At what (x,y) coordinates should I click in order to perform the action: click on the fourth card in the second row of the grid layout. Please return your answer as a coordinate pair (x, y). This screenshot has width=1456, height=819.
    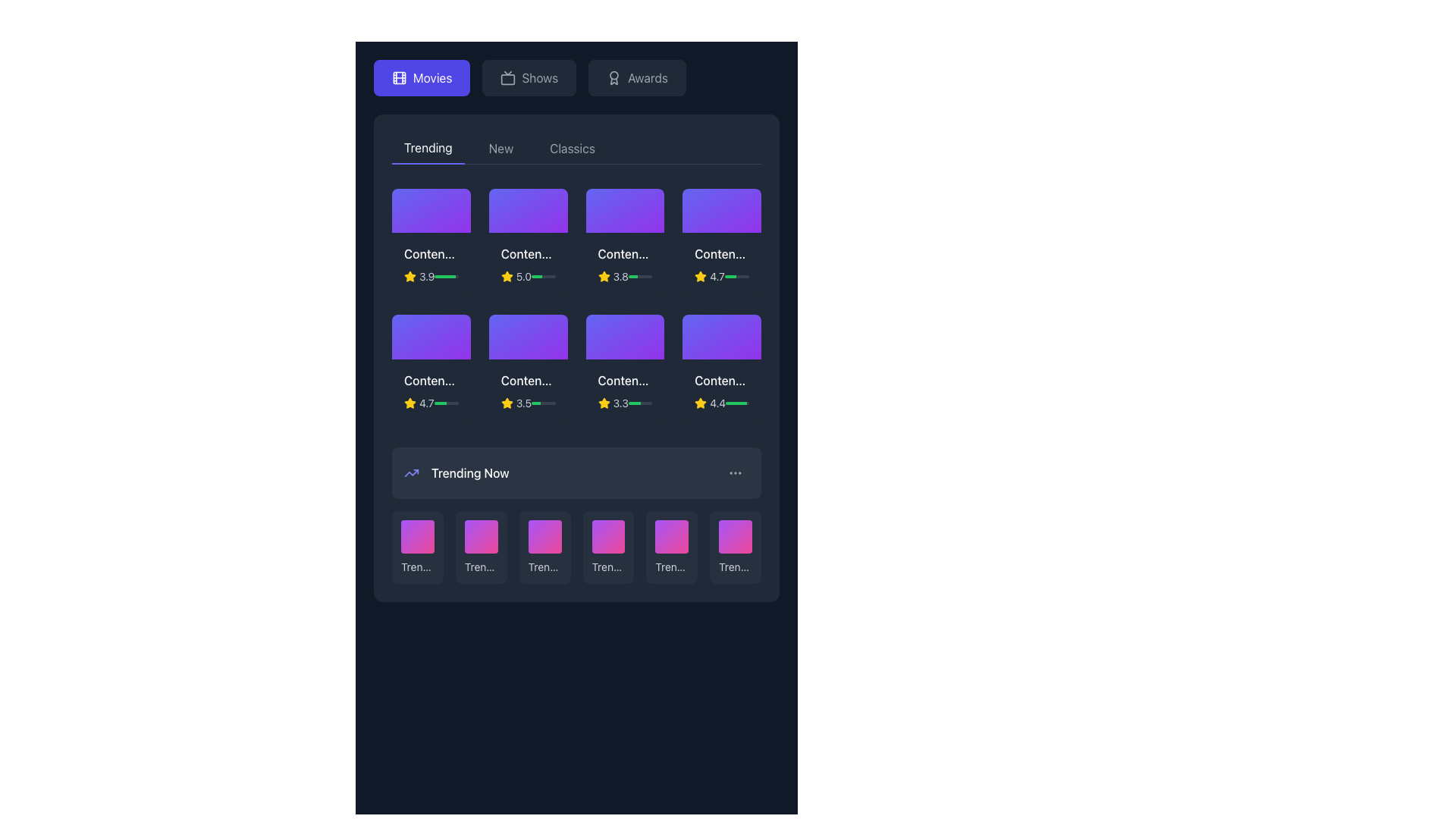
    Looking at the image, I should click on (721, 369).